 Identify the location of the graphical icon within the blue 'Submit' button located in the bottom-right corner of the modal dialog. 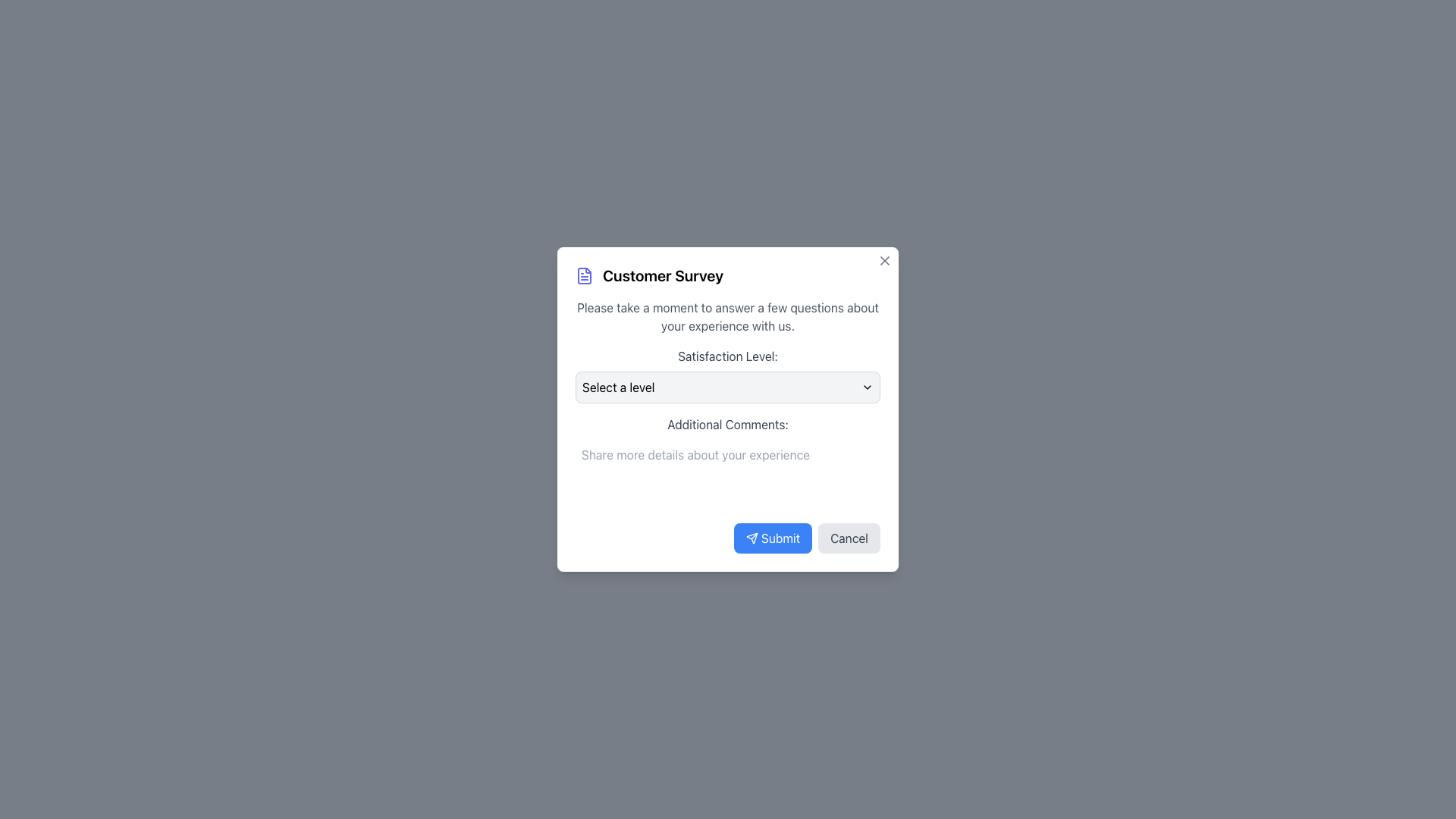
(752, 537).